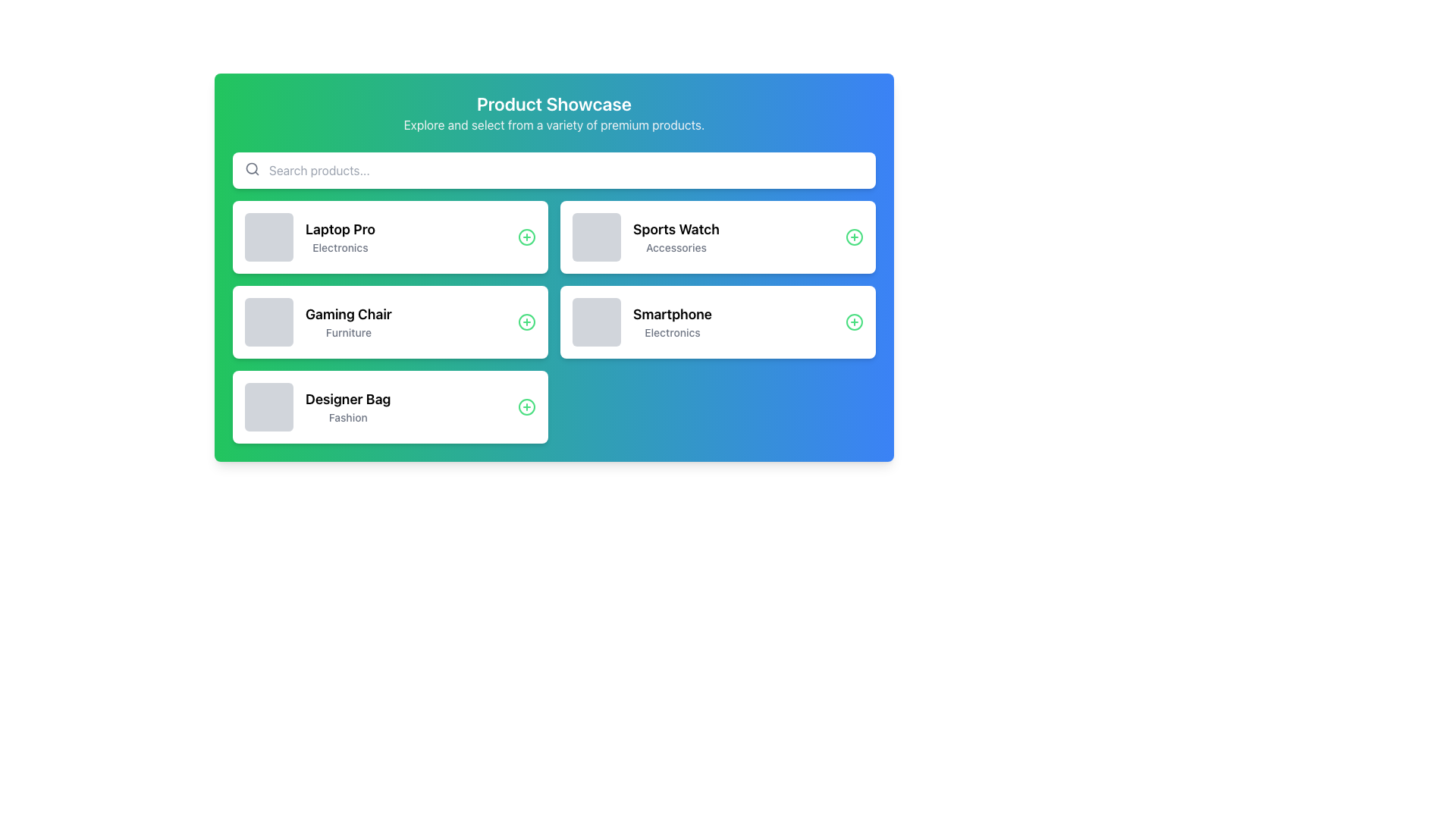  Describe the element at coordinates (527, 406) in the screenshot. I see `the circular green outlined button with a '+' icon located at the far right of the 'Designer Bag' product card` at that location.